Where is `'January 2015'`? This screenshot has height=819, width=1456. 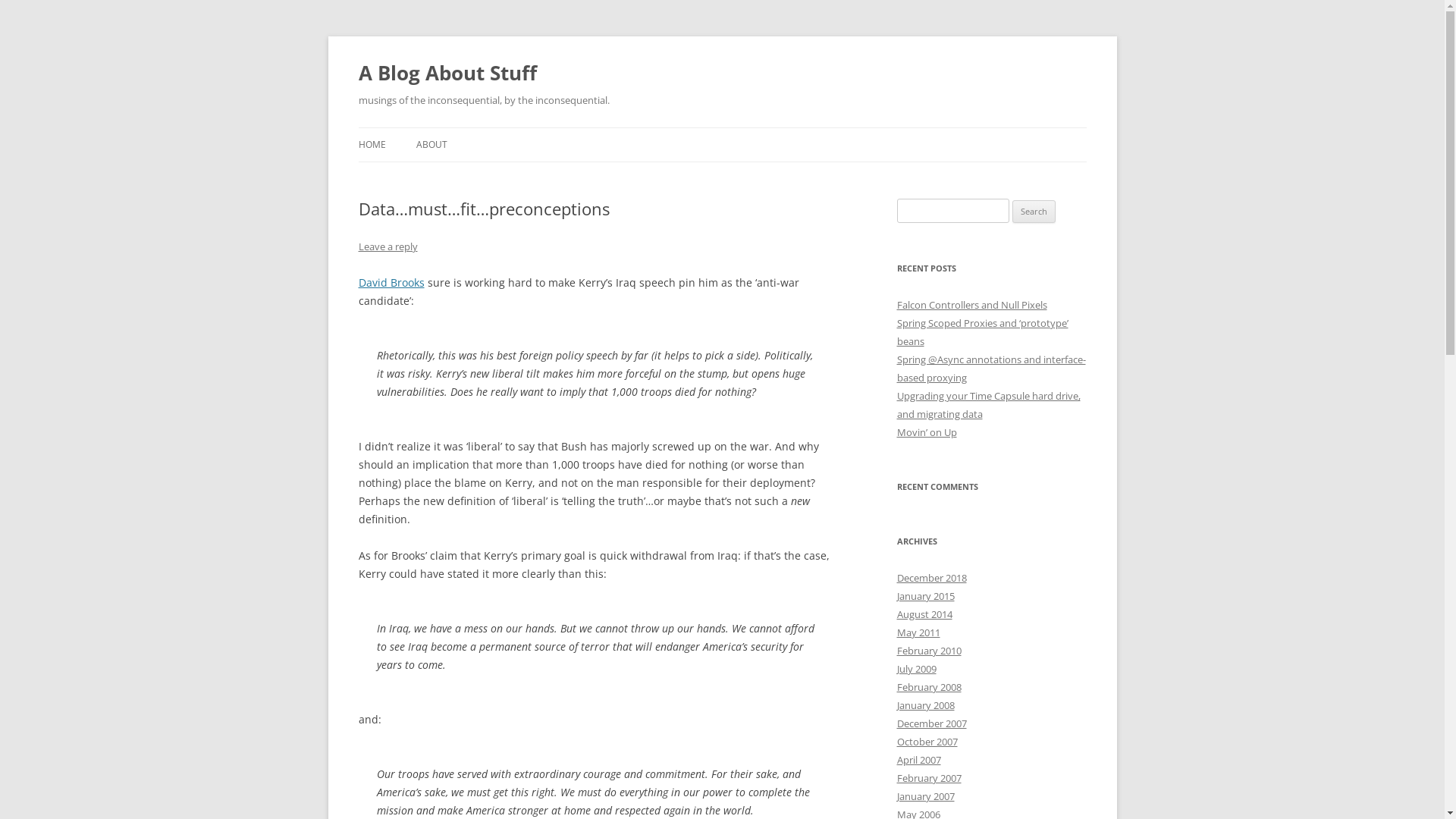
'January 2015' is located at coordinates (924, 595).